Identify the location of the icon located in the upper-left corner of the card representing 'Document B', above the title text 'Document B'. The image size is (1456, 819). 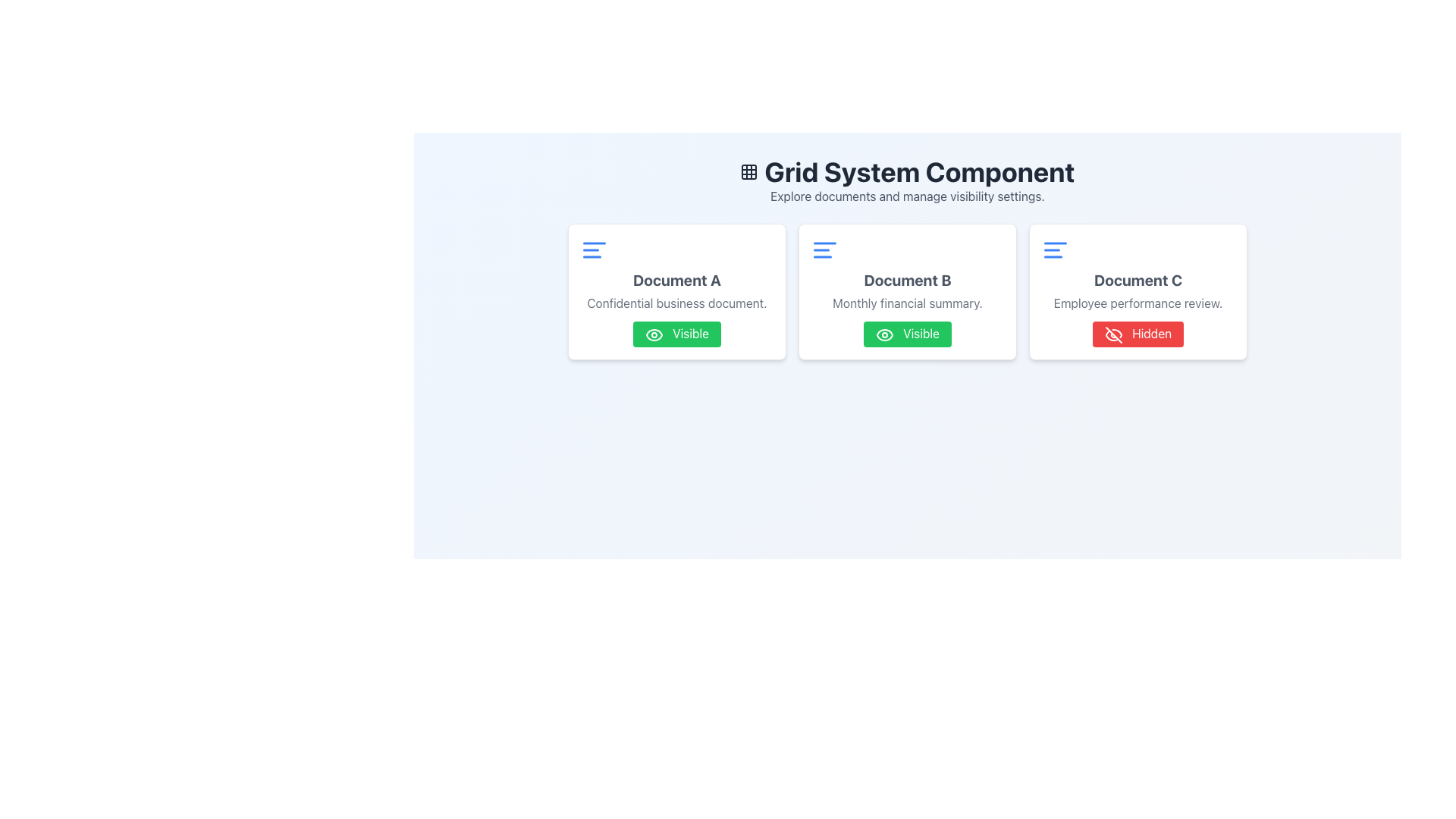
(824, 249).